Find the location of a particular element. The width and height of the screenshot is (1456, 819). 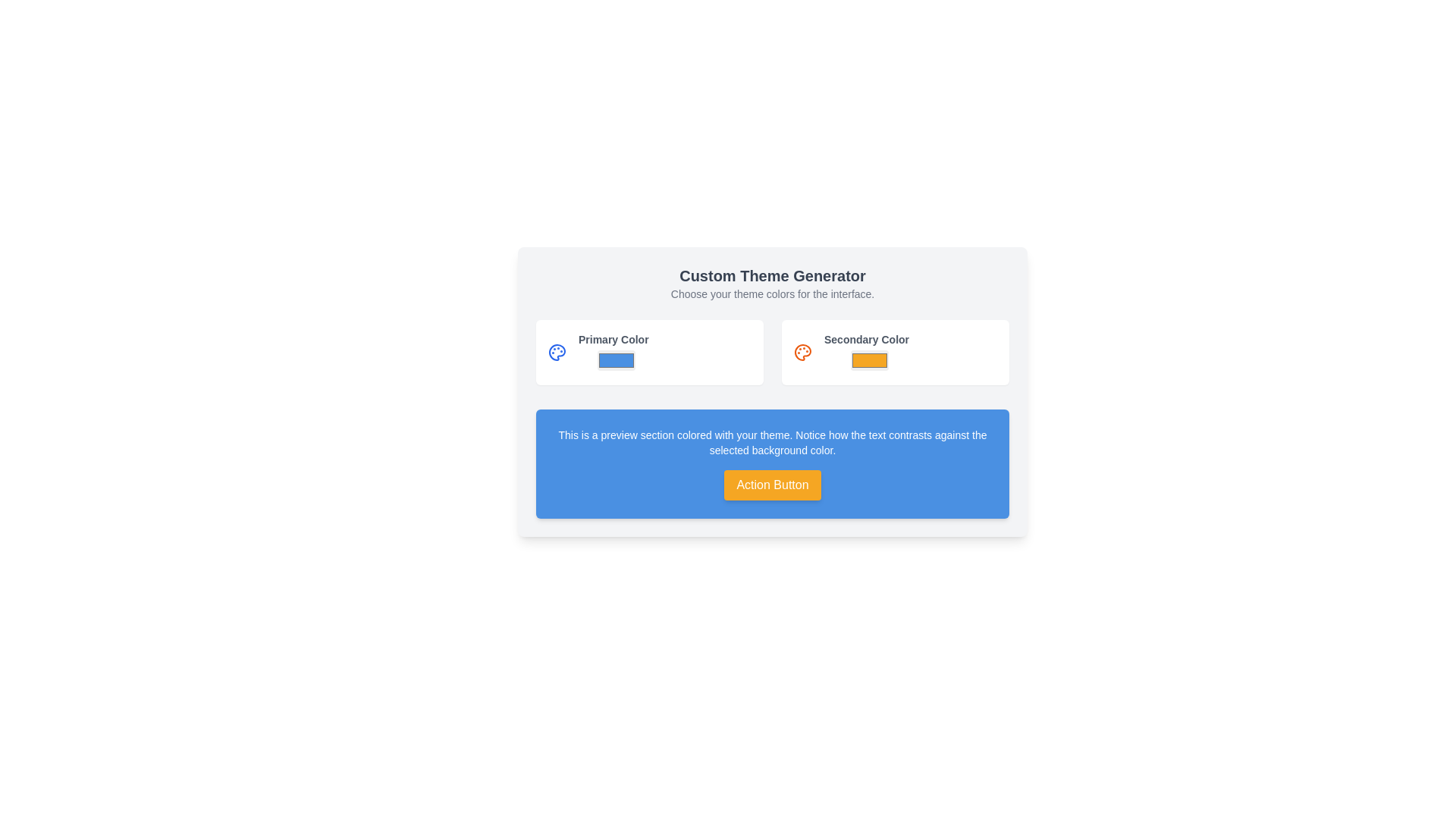

text from the 'Secondary Color' label, which is a small and bold gray text located in the top-right portion of the Custom Theme Generator interface is located at coordinates (866, 338).